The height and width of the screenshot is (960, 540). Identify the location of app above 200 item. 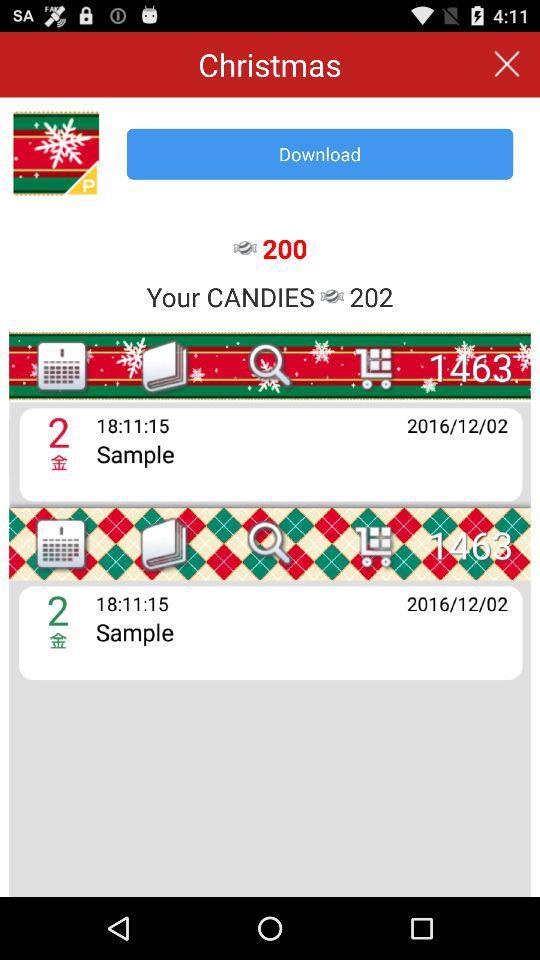
(320, 153).